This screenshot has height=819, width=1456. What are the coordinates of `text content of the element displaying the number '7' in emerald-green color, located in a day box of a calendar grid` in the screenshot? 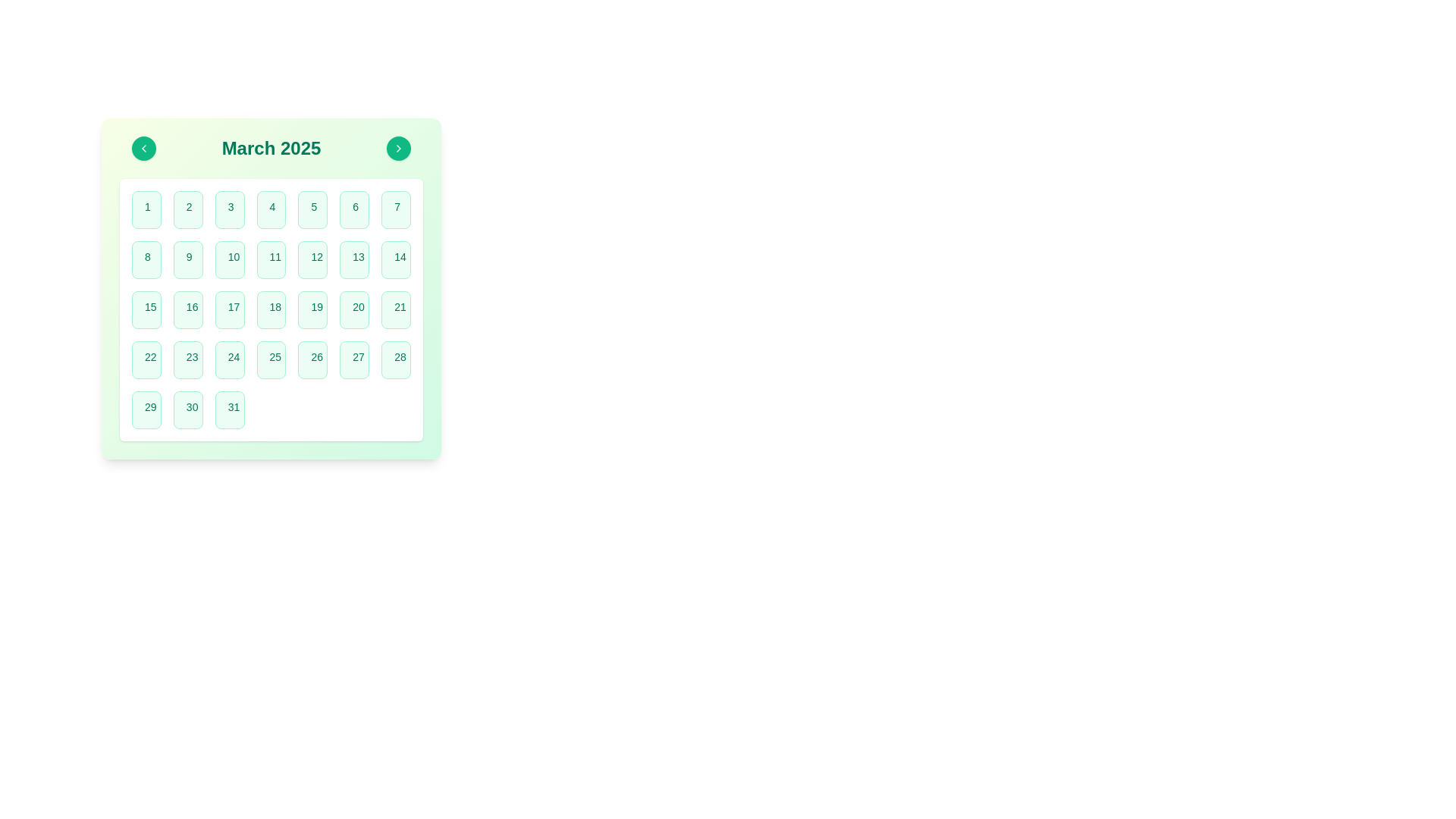 It's located at (397, 207).